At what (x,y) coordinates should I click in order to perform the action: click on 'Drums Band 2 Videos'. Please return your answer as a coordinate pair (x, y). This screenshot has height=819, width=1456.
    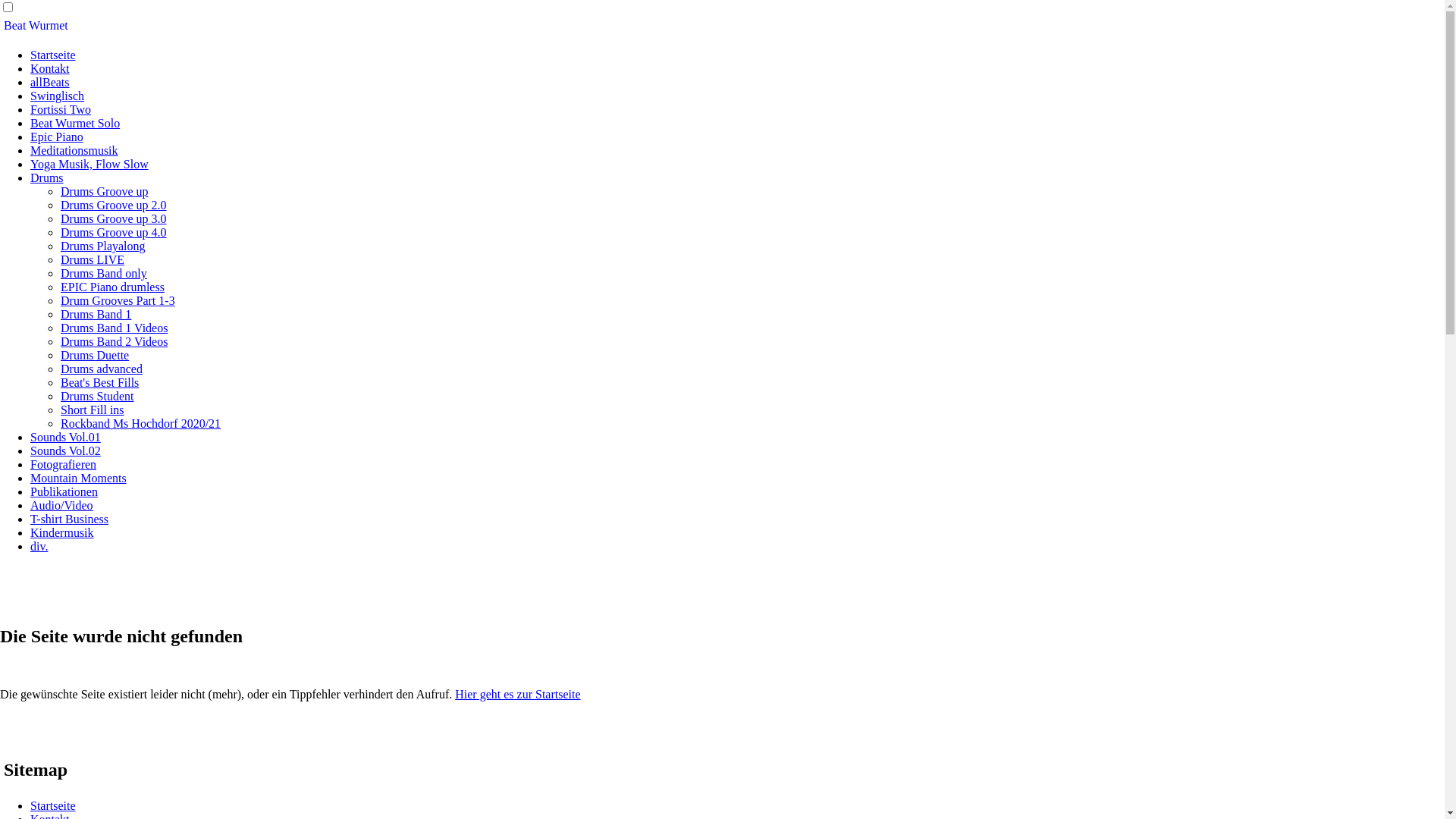
    Looking at the image, I should click on (113, 341).